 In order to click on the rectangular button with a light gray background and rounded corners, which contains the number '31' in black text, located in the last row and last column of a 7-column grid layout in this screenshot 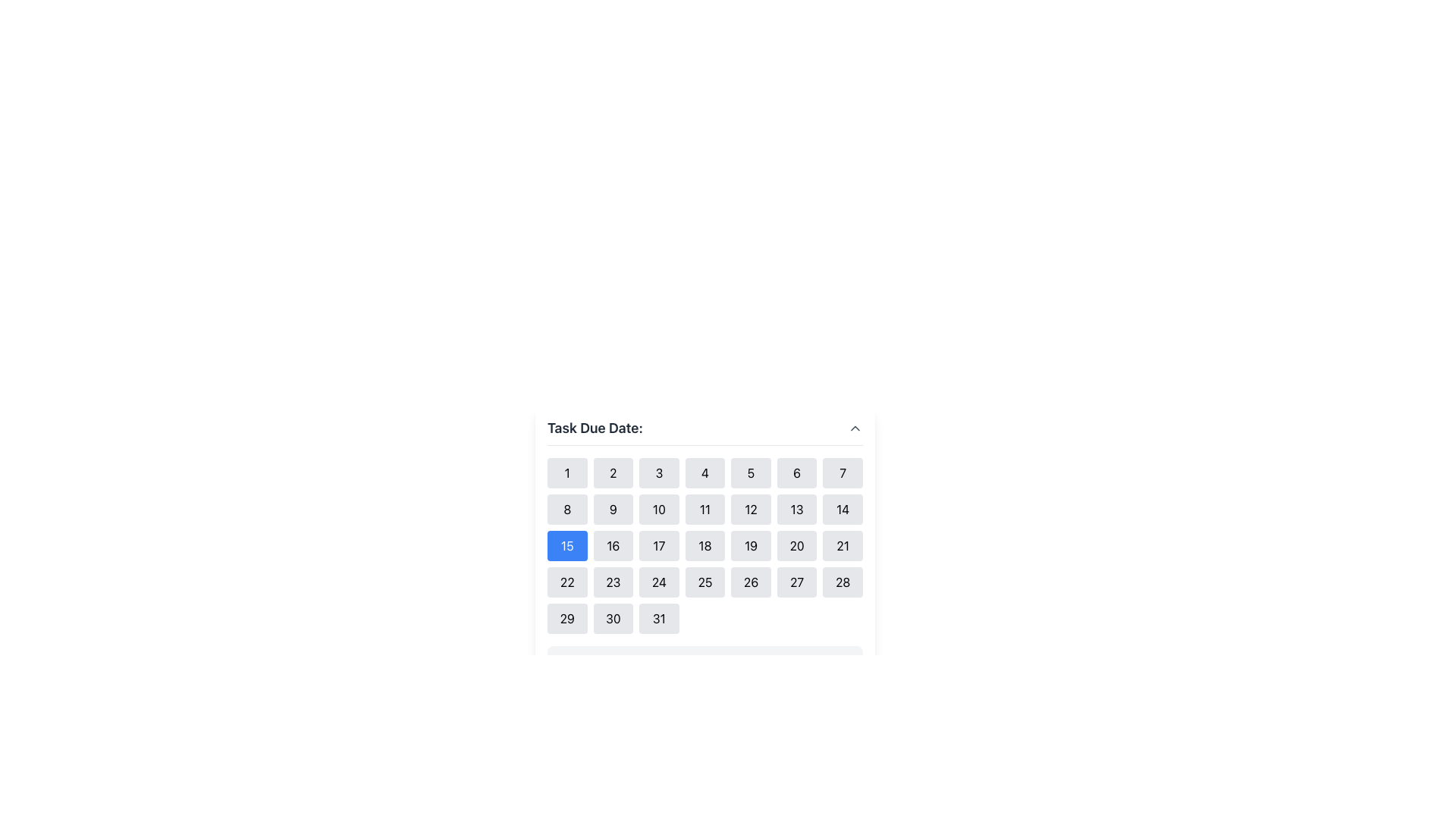, I will do `click(659, 619)`.